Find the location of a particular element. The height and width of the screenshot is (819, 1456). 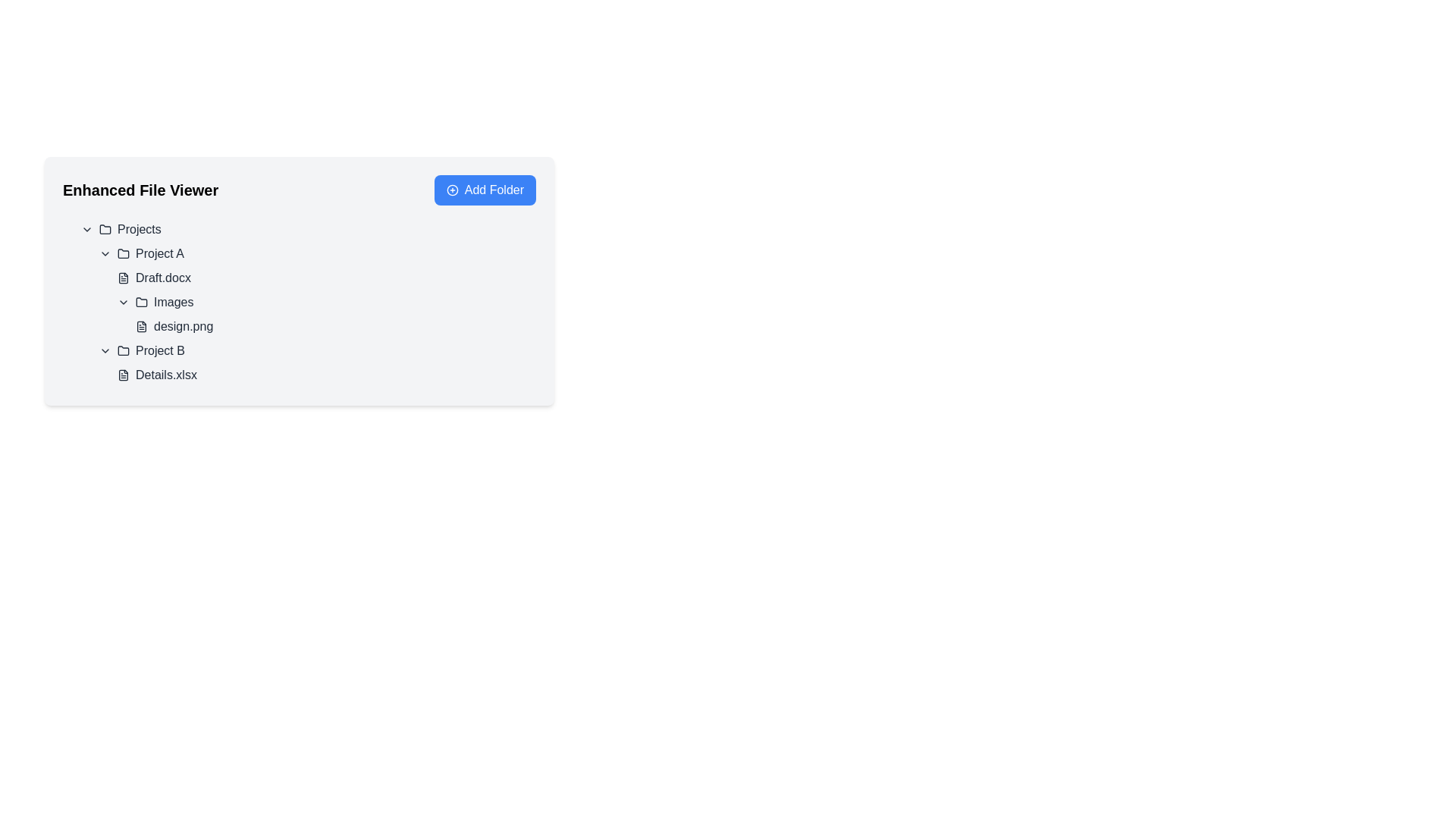

the file entry named 'Draft.docx' in the file viewer is located at coordinates (316, 278).